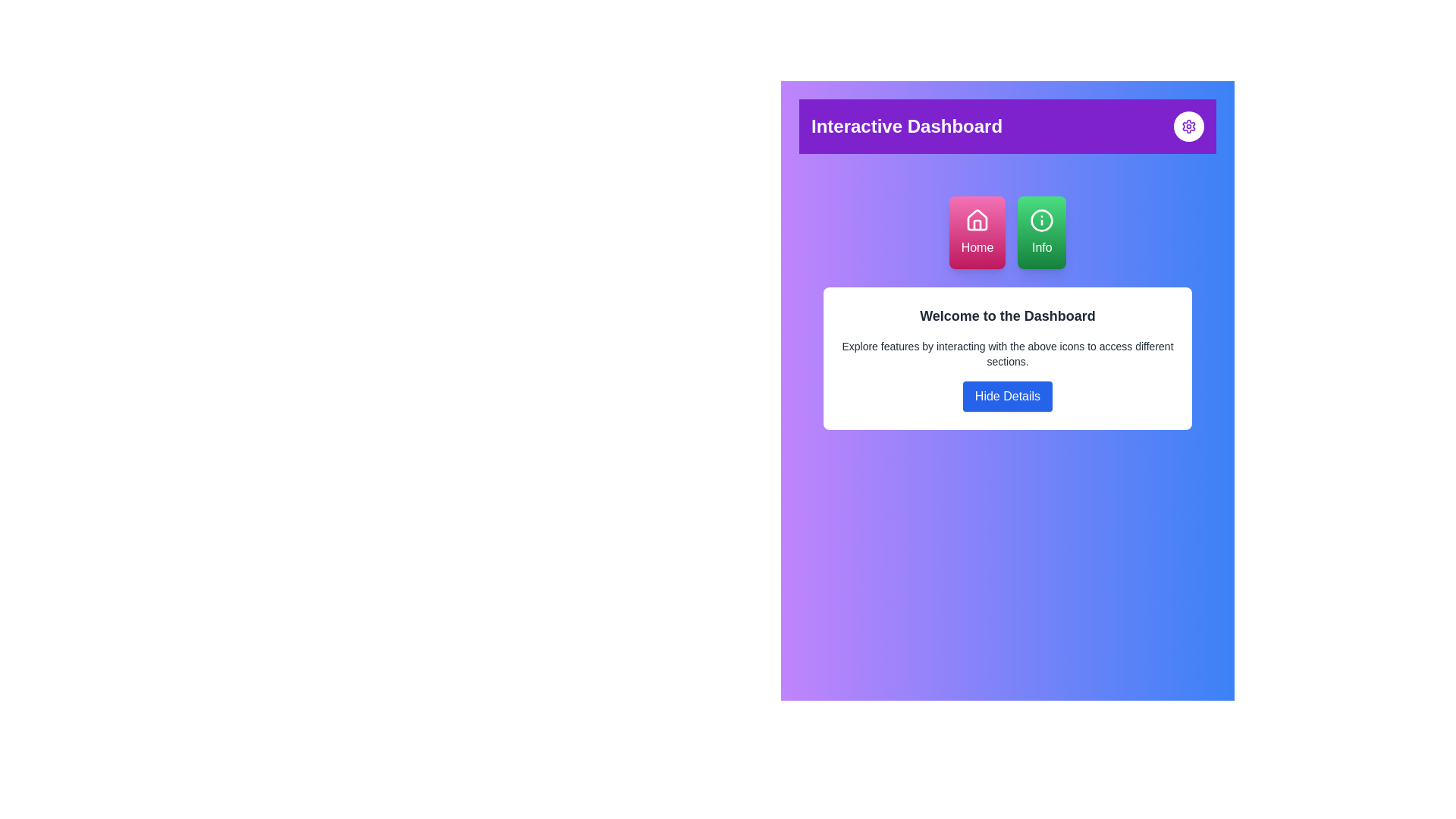 Image resolution: width=1456 pixels, height=819 pixels. Describe the element at coordinates (1188, 125) in the screenshot. I see `the circular button with a white background, purple border, and cog icon located on the right side of the header bar next to 'Interactive Dashboard'` at that location.